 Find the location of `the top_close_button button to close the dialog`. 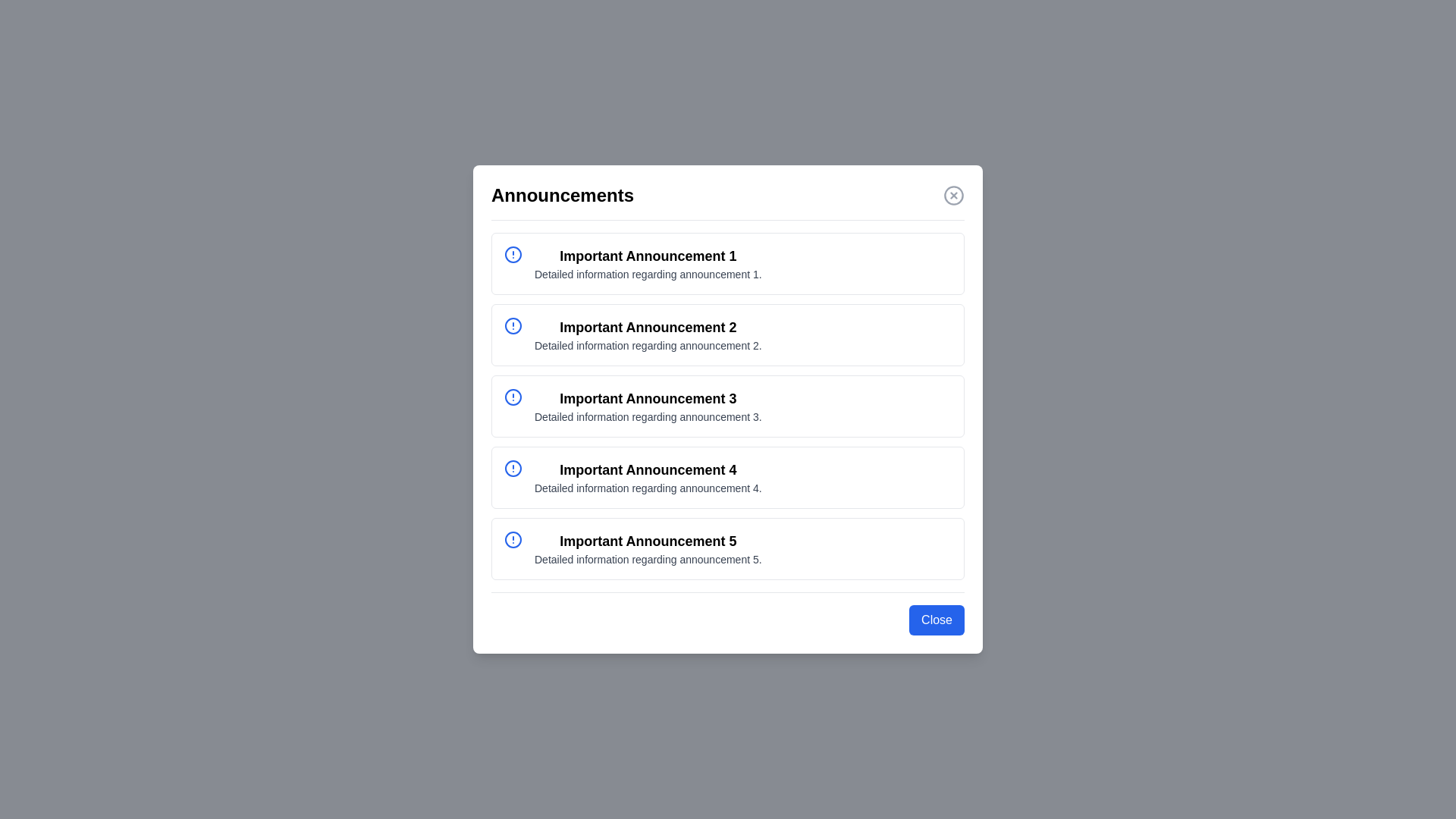

the top_close_button button to close the dialog is located at coordinates (952, 195).